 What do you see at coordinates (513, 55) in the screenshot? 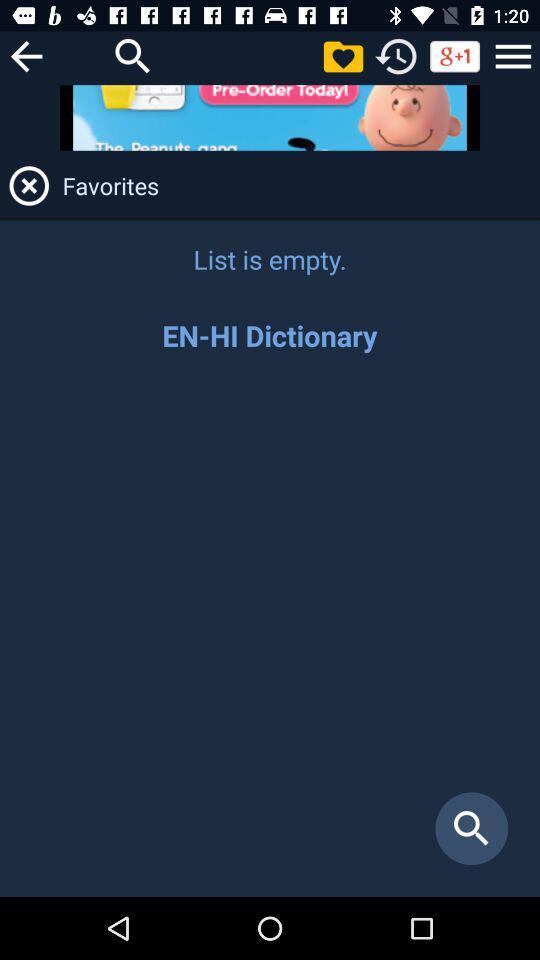
I see `the menu icon` at bounding box center [513, 55].